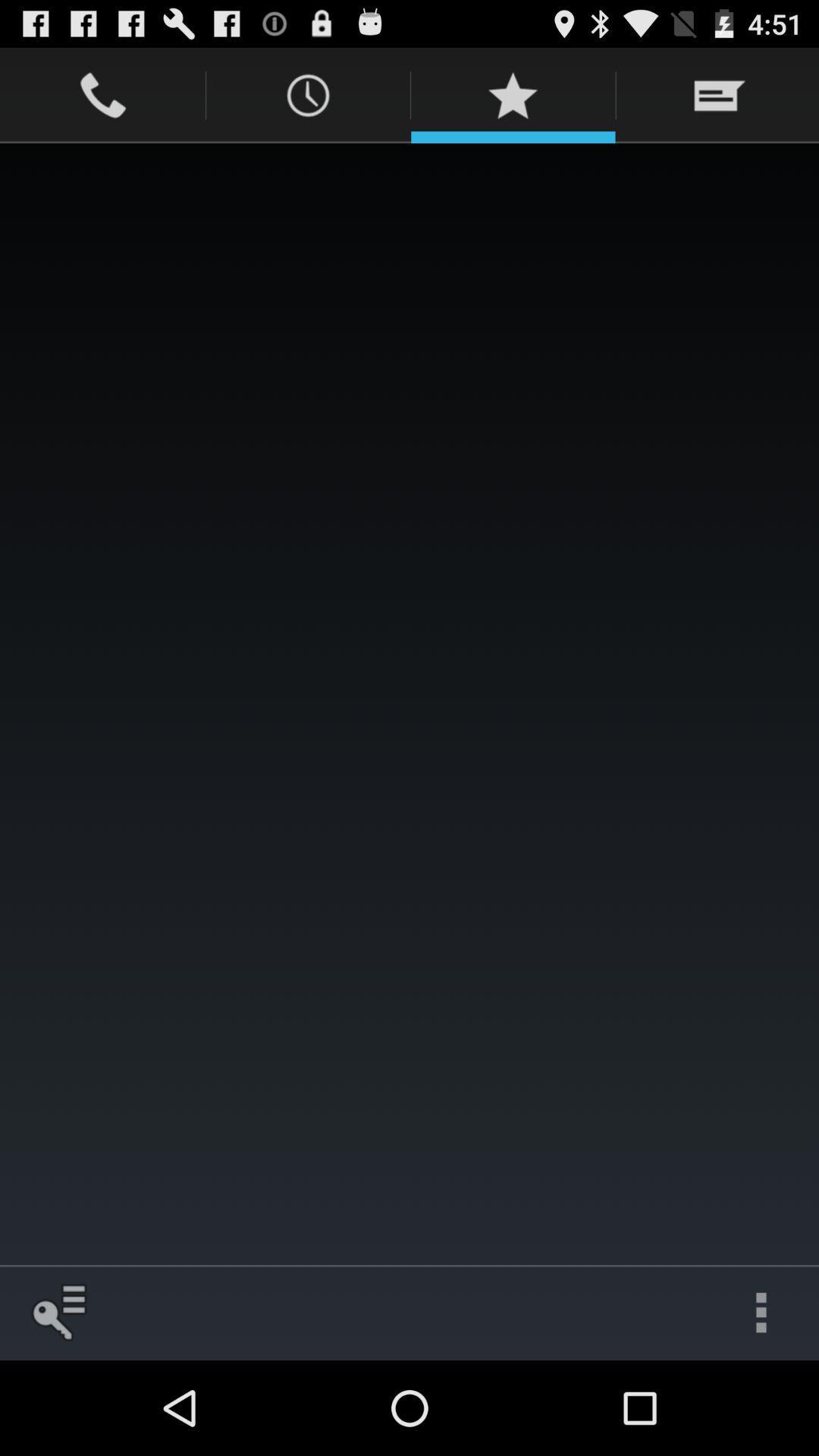 This screenshot has width=819, height=1456. I want to click on the item at the center, so click(409, 703).